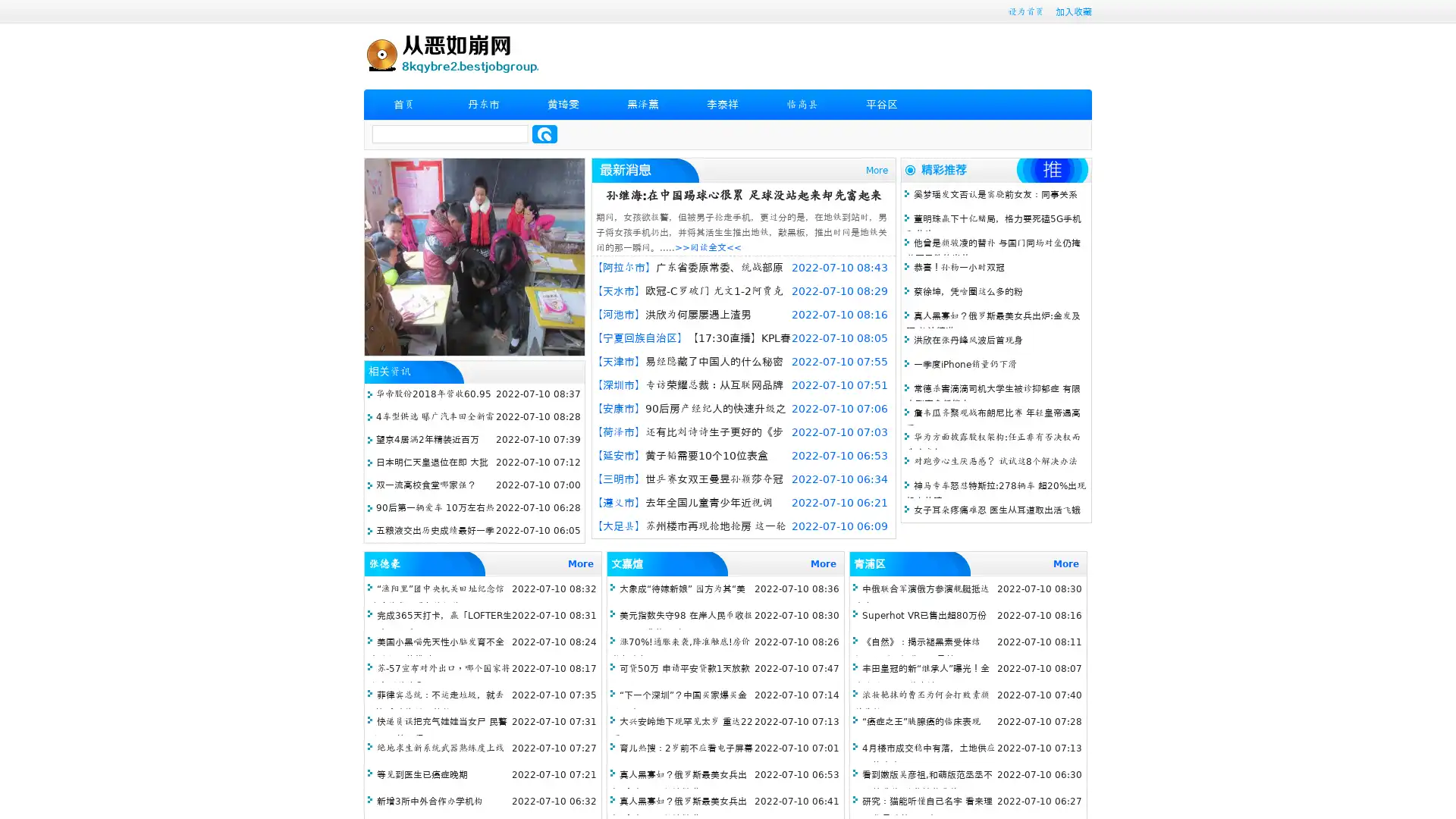  What do you see at coordinates (544, 133) in the screenshot?
I see `Search` at bounding box center [544, 133].